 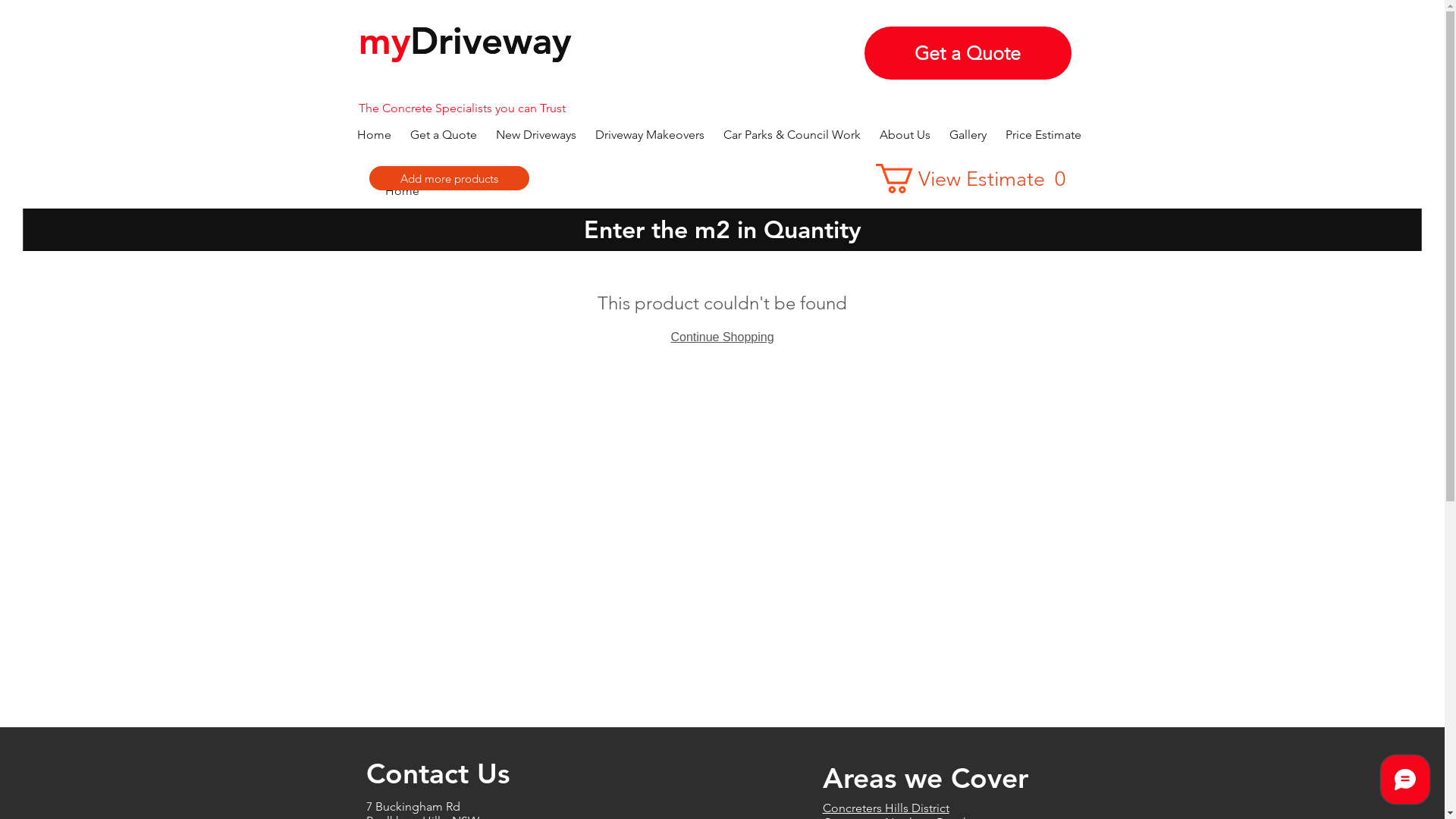 I want to click on 'Home', so click(x=375, y=133).